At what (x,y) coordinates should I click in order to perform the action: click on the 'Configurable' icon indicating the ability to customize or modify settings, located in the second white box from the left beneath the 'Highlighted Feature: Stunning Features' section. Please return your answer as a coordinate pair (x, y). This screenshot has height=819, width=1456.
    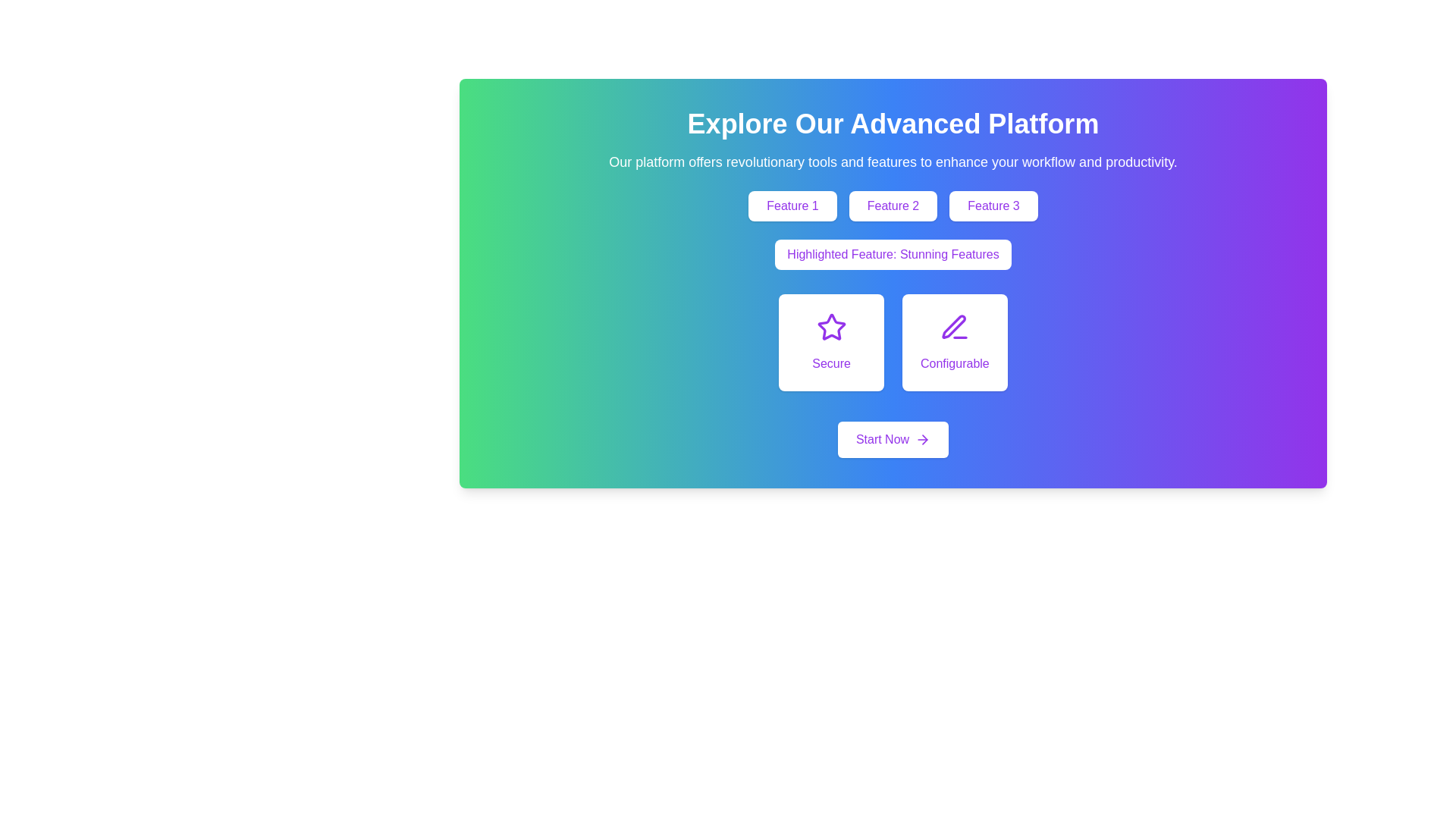
    Looking at the image, I should click on (954, 327).